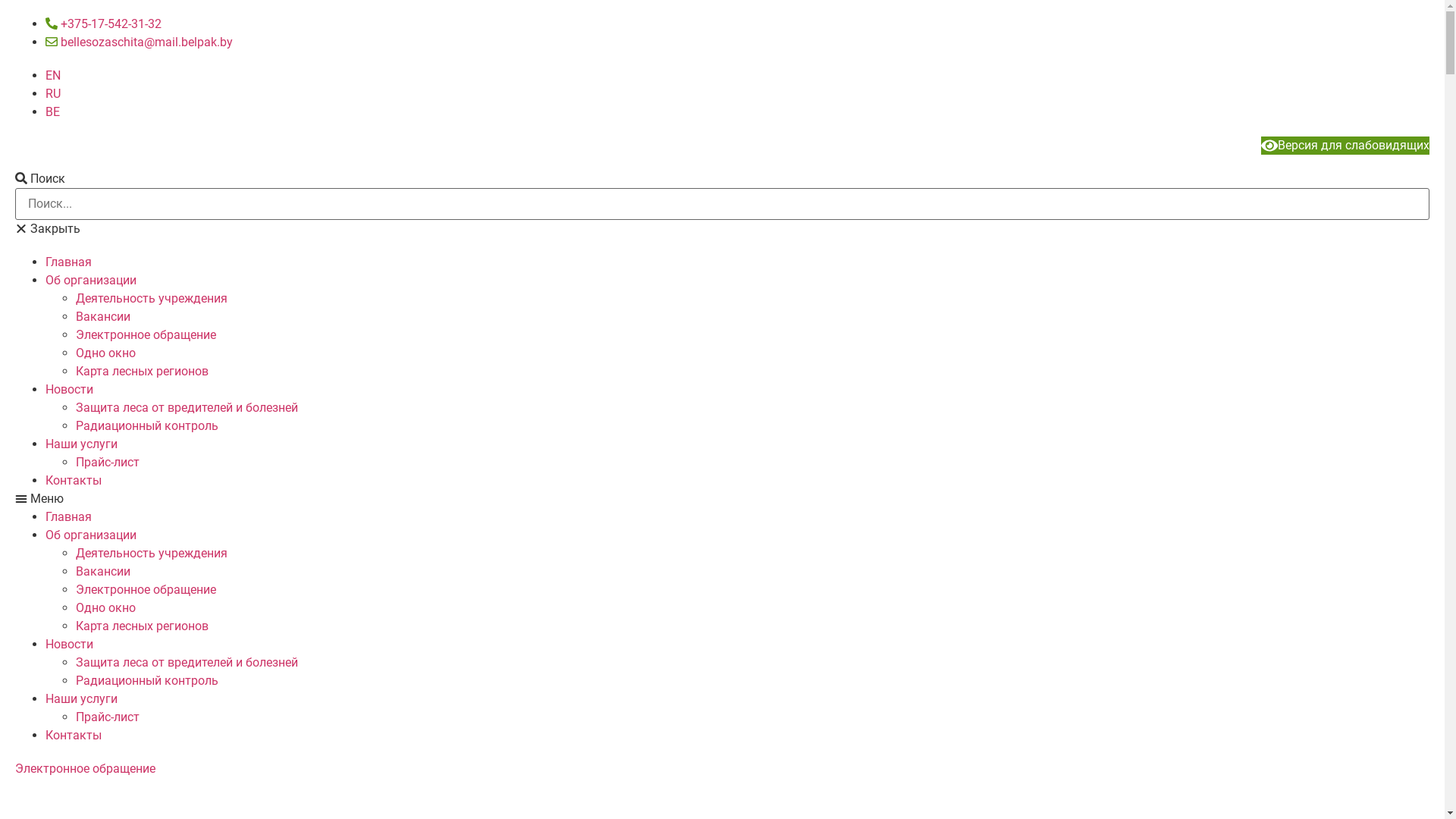  I want to click on 'bellesozaschita@mail.belpak.by', so click(139, 41).